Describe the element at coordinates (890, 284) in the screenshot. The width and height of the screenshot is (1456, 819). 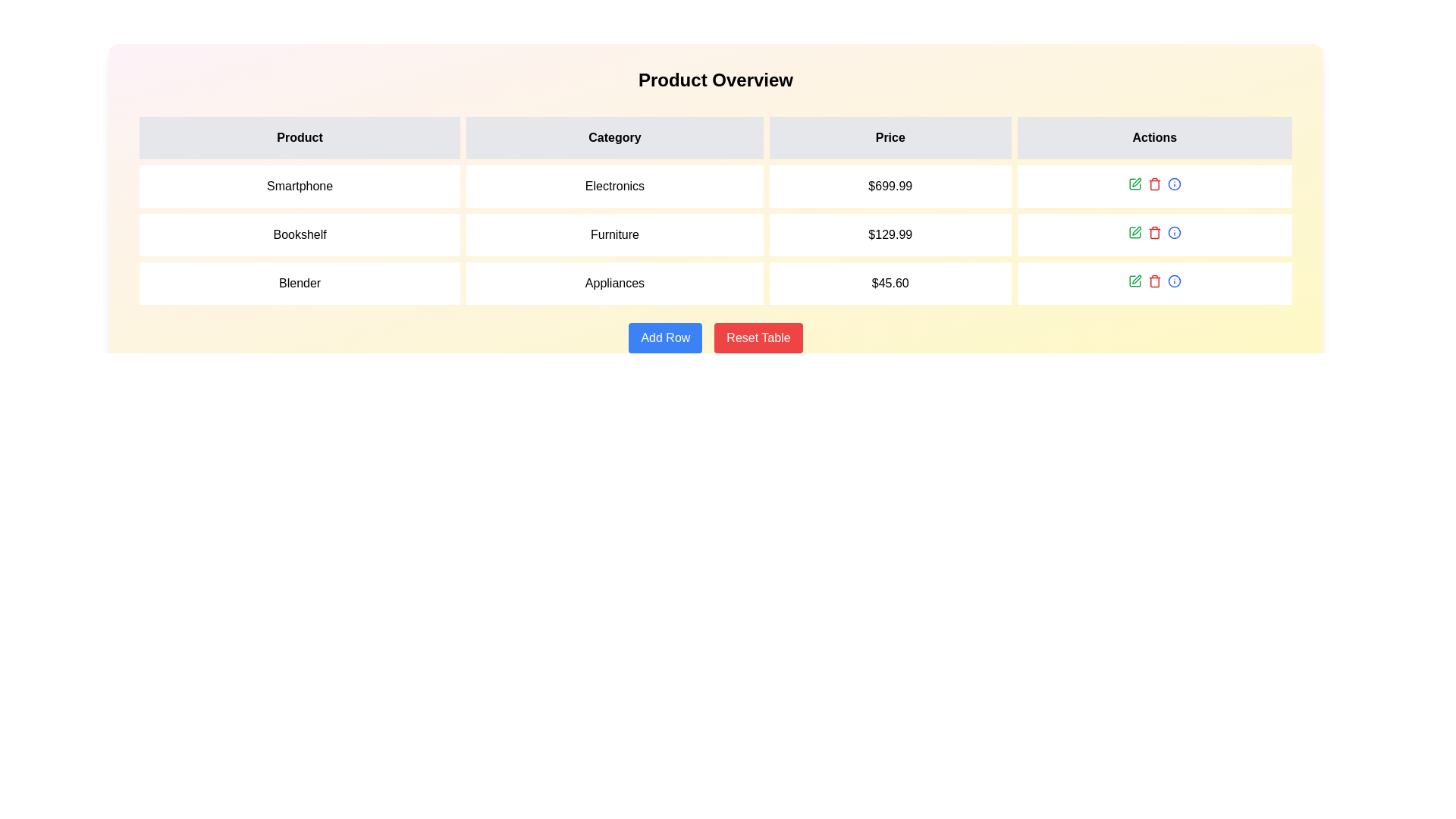
I see `the price label for the 'Blender' in the 'Price' column of the table for appliances` at that location.